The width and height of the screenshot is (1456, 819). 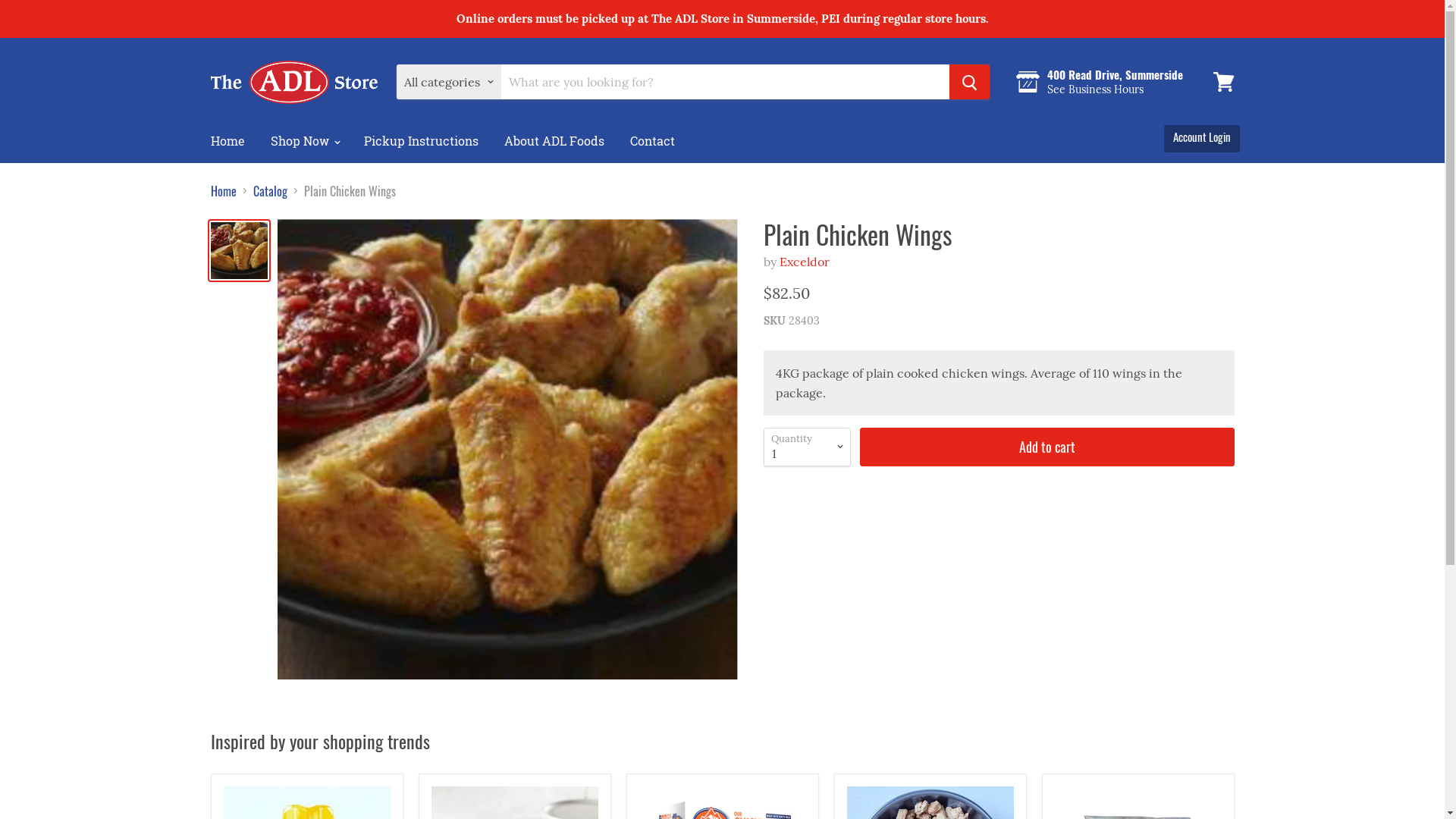 What do you see at coordinates (619, 140) in the screenshot?
I see `'Contact'` at bounding box center [619, 140].